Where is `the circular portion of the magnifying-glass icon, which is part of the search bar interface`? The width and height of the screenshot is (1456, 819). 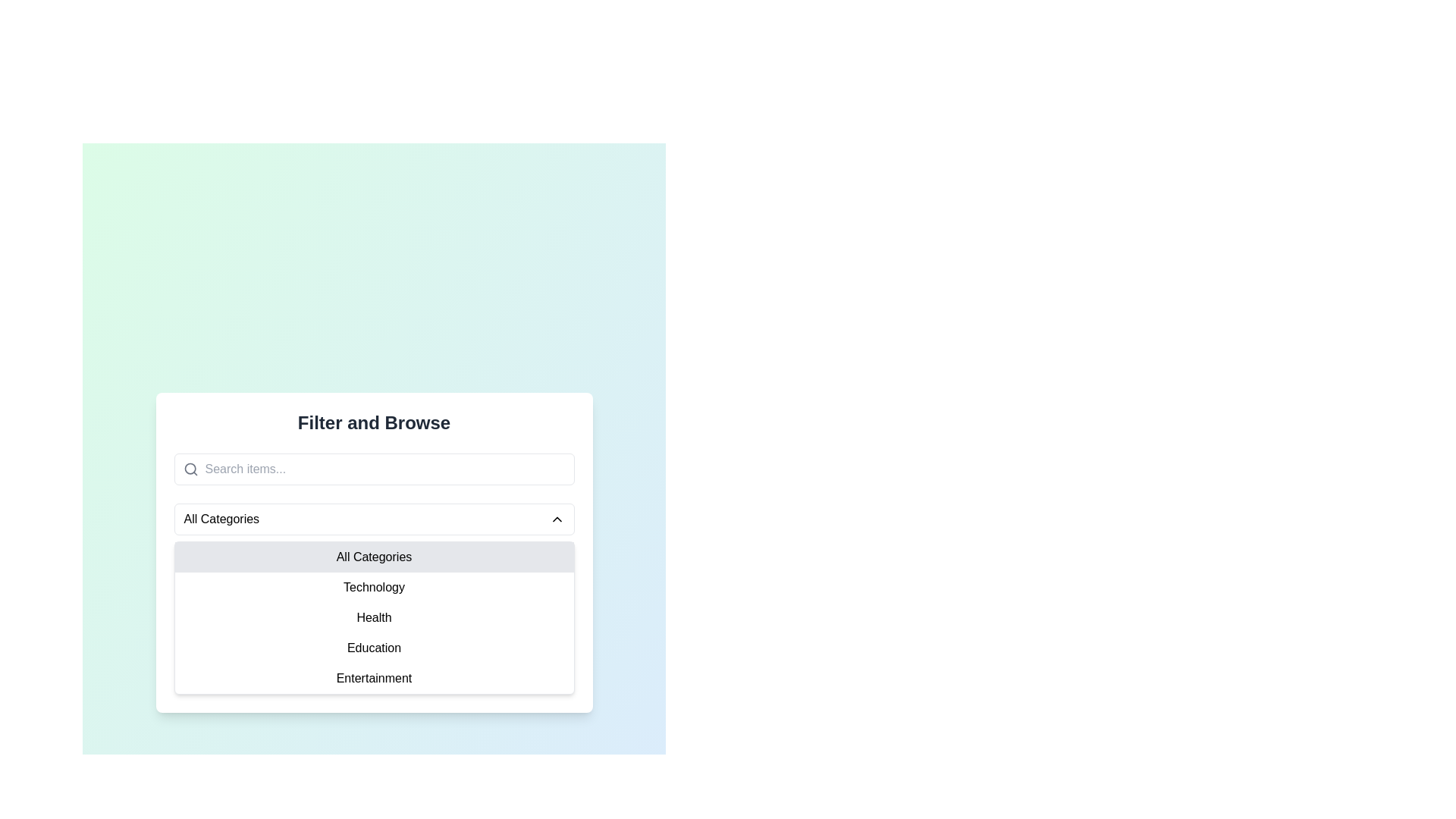 the circular portion of the magnifying-glass icon, which is part of the search bar interface is located at coordinates (189, 468).